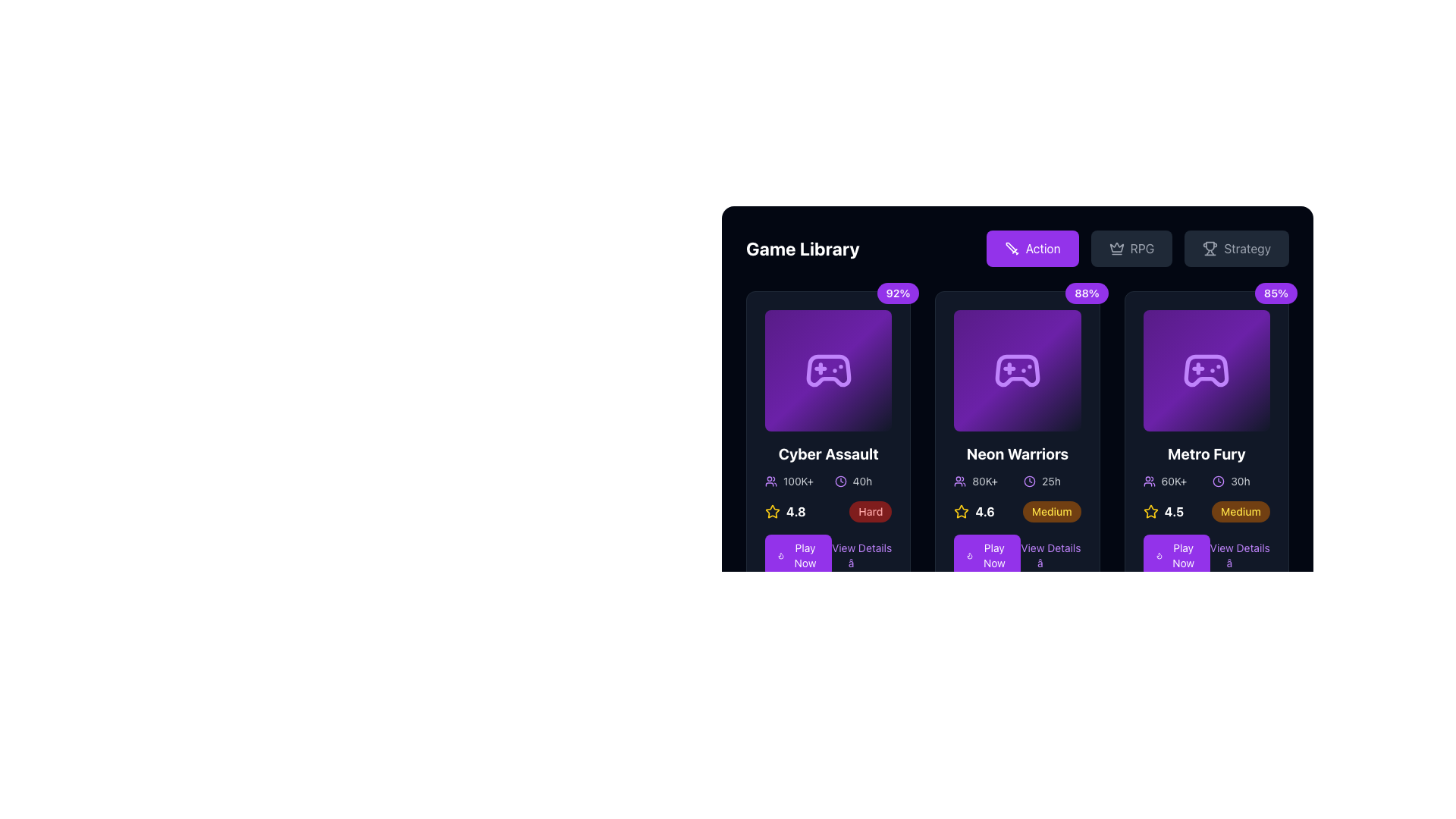 Image resolution: width=1456 pixels, height=819 pixels. Describe the element at coordinates (961, 512) in the screenshot. I see `the star icon representing the rating for the 'Neon Warriors' game, which has a yellow border and a hollow center` at that location.